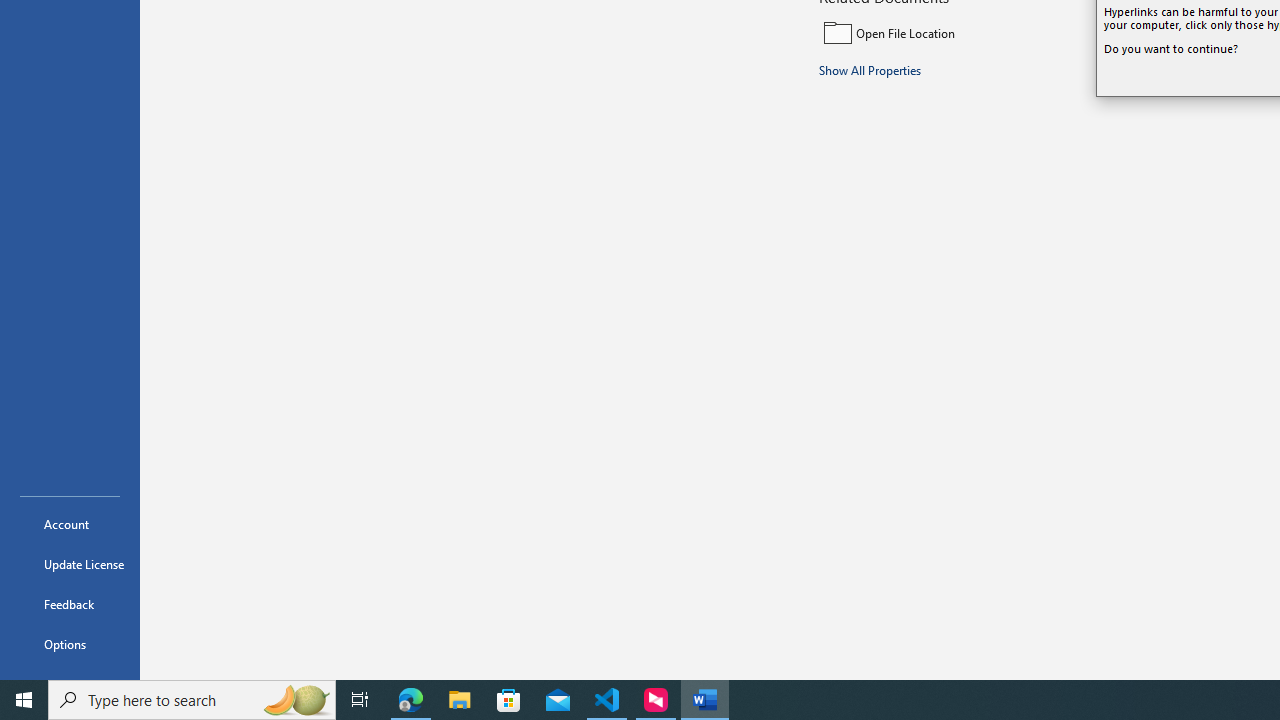 The width and height of the screenshot is (1280, 720). What do you see at coordinates (192, 698) in the screenshot?
I see `'Type here to search'` at bounding box center [192, 698].